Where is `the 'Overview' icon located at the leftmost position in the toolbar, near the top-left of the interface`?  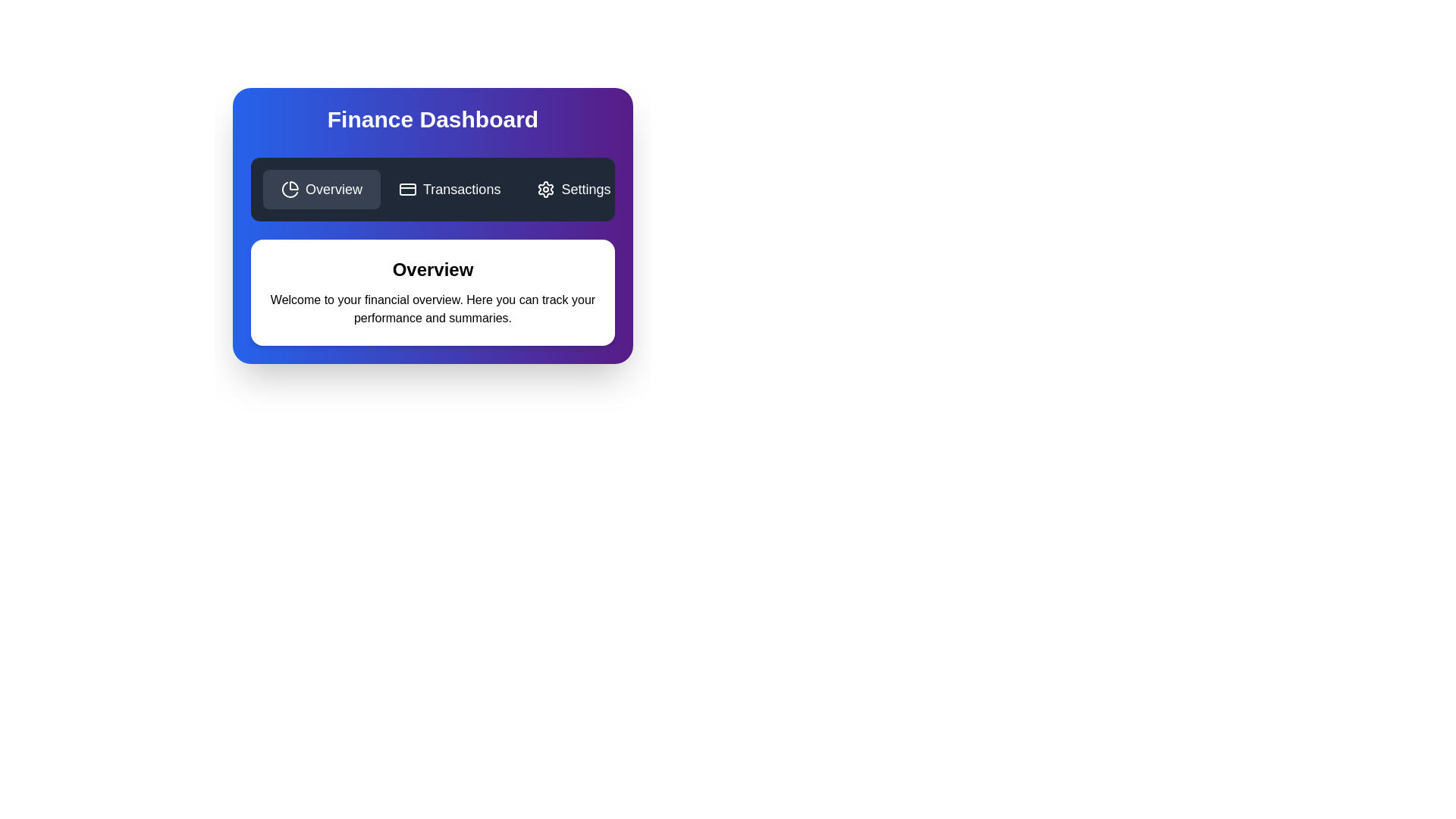
the 'Overview' icon located at the leftmost position in the toolbar, near the top-left of the interface is located at coordinates (290, 189).